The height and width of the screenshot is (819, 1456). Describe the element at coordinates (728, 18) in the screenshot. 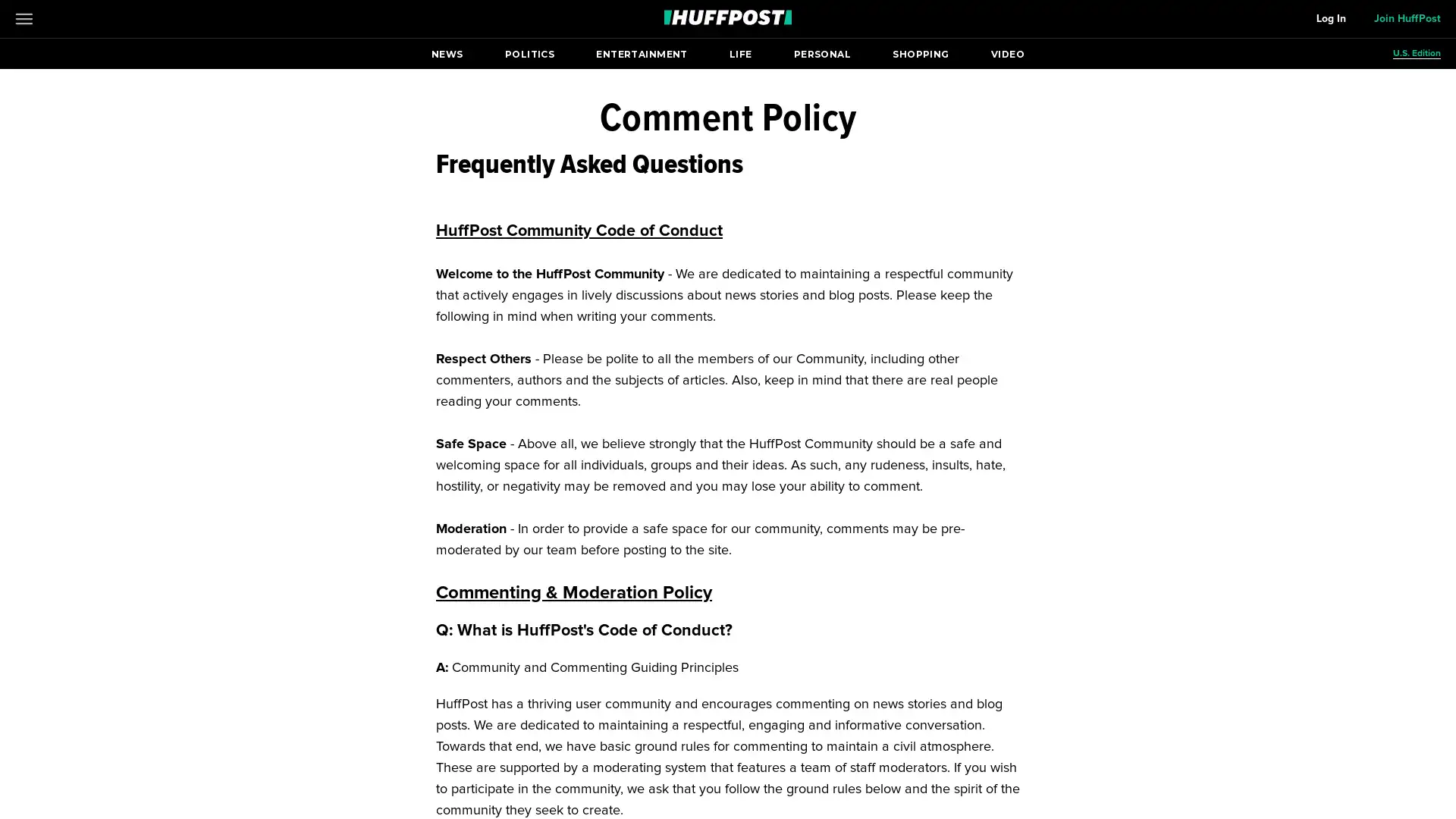

I see `Go to HuffPost News` at that location.